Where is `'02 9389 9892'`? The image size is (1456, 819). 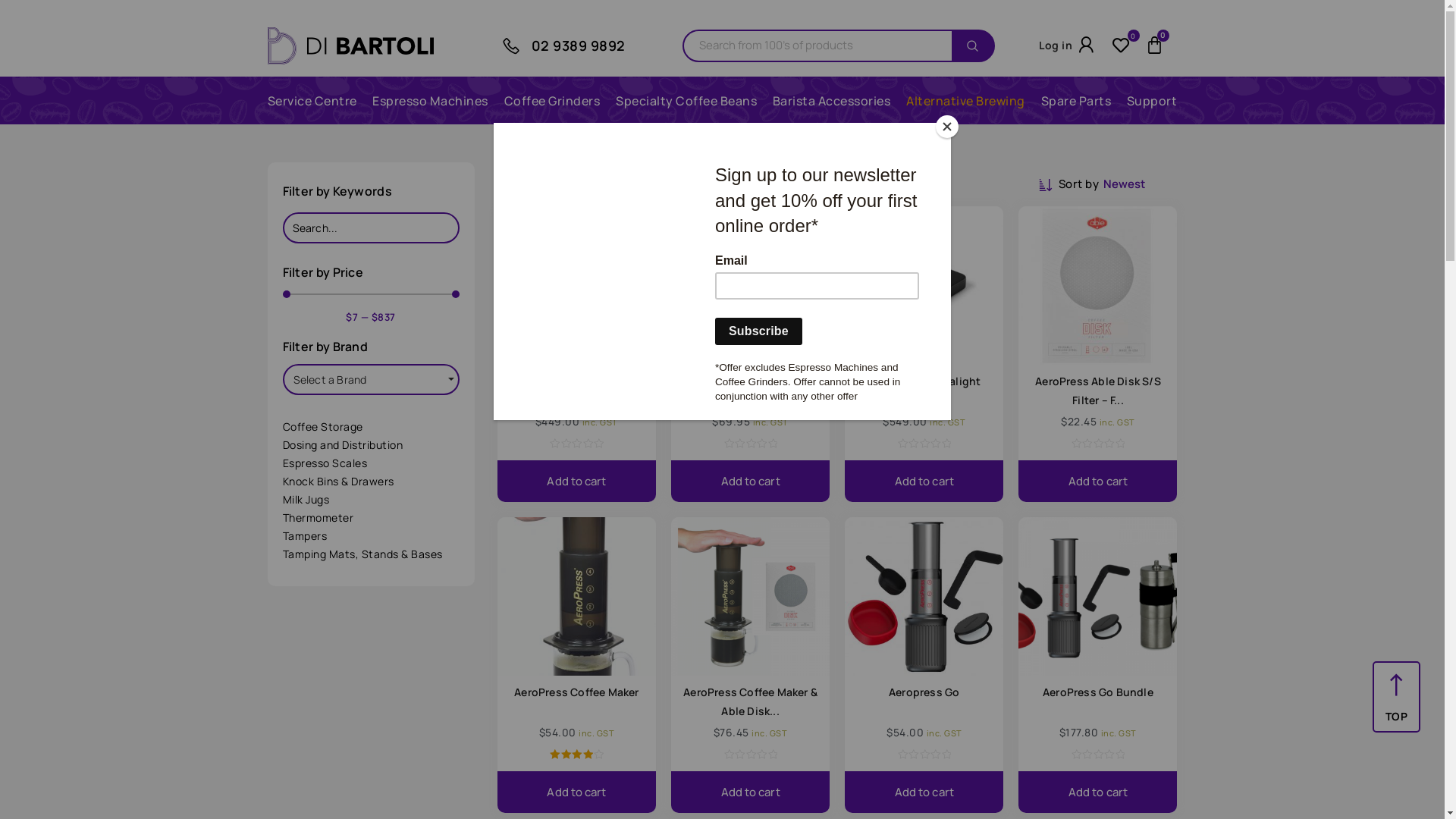 '02 9389 9892' is located at coordinates (577, 45).